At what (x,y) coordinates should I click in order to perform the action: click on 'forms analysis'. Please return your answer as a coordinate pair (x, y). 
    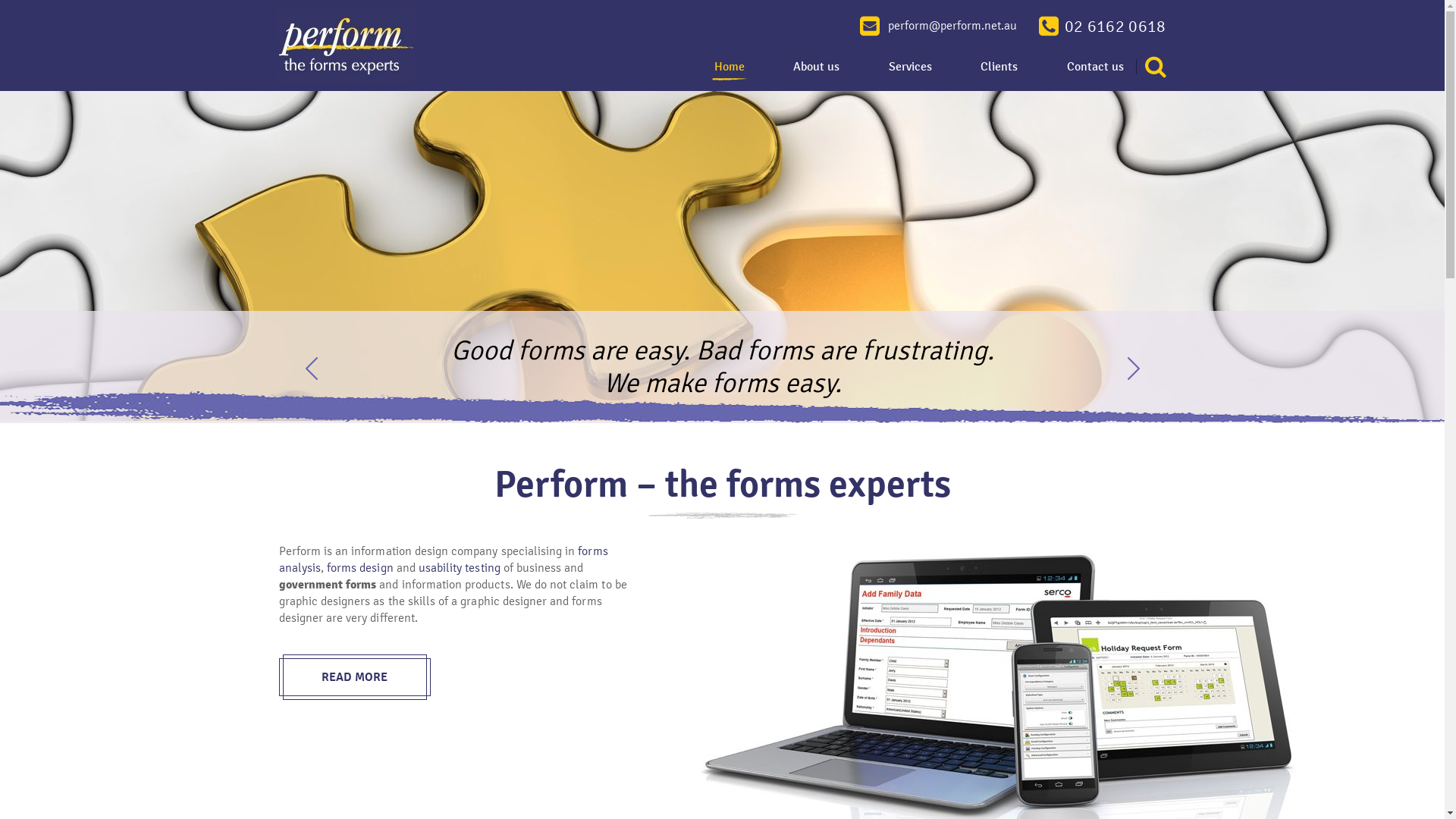
    Looking at the image, I should click on (443, 559).